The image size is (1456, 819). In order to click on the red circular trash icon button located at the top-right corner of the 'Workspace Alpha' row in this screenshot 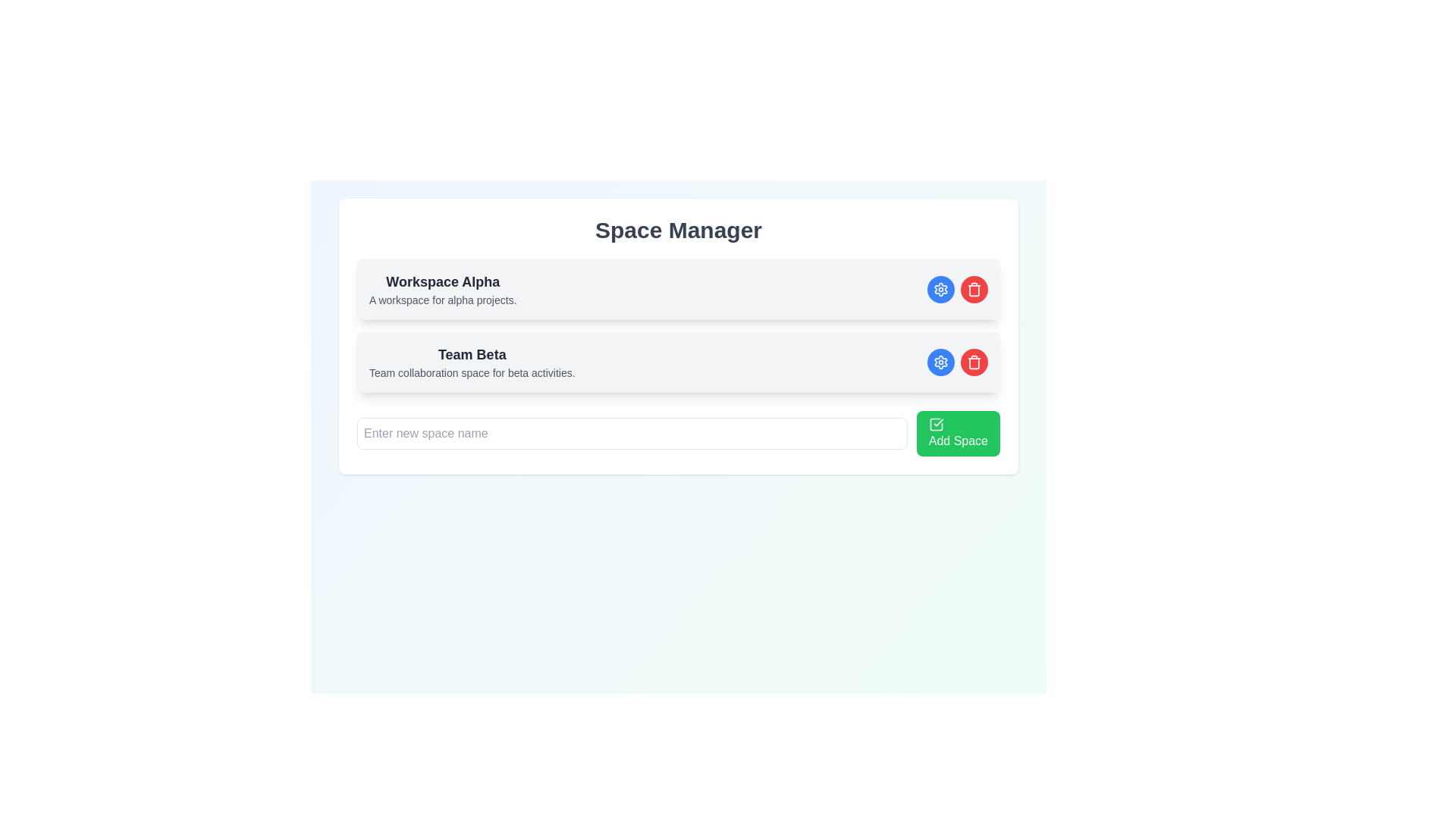, I will do `click(974, 289)`.